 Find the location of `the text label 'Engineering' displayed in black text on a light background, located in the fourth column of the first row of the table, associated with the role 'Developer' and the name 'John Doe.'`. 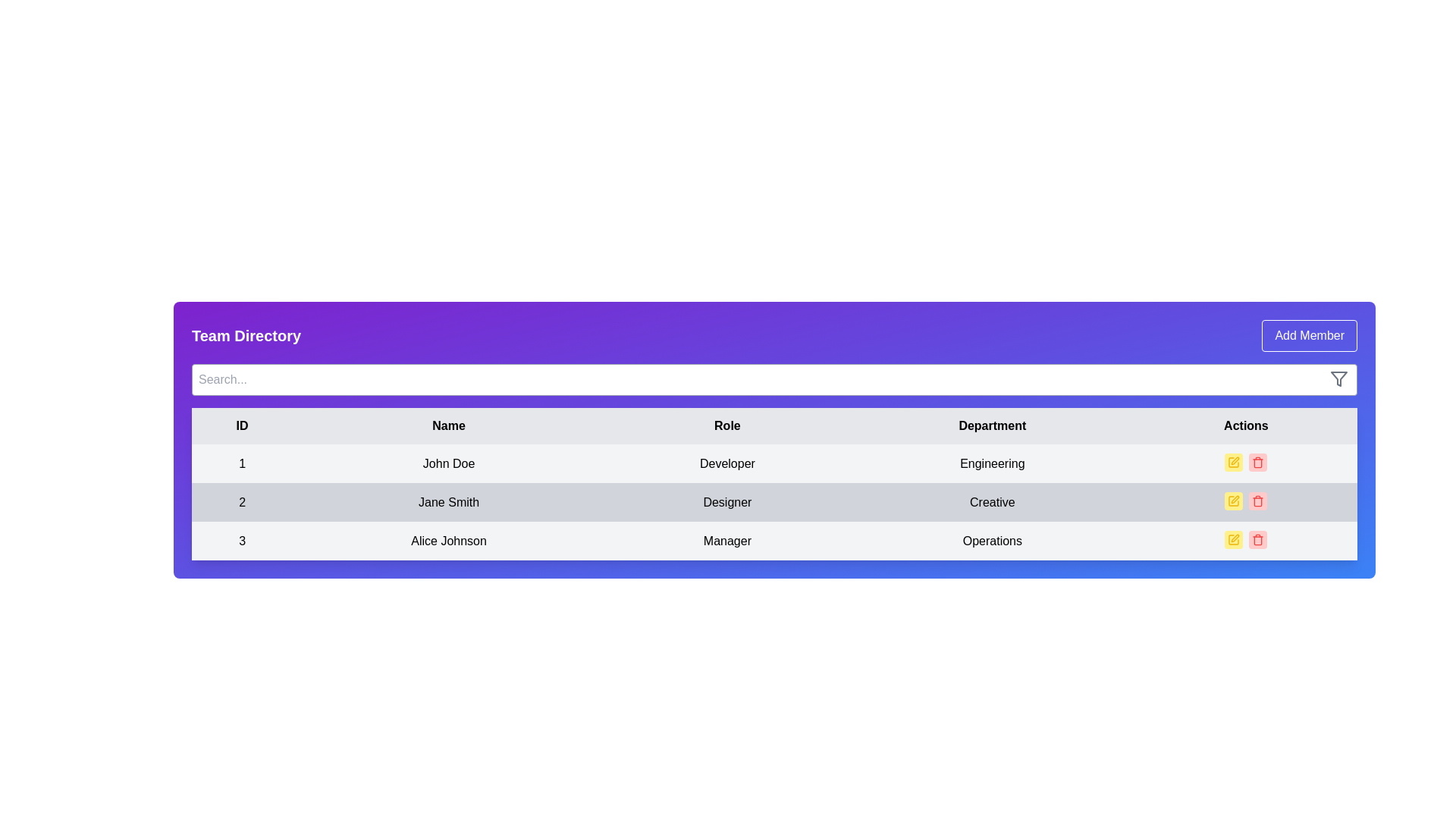

the text label 'Engineering' displayed in black text on a light background, located in the fourth column of the first row of the table, associated with the role 'Developer' and the name 'John Doe.' is located at coordinates (992, 463).